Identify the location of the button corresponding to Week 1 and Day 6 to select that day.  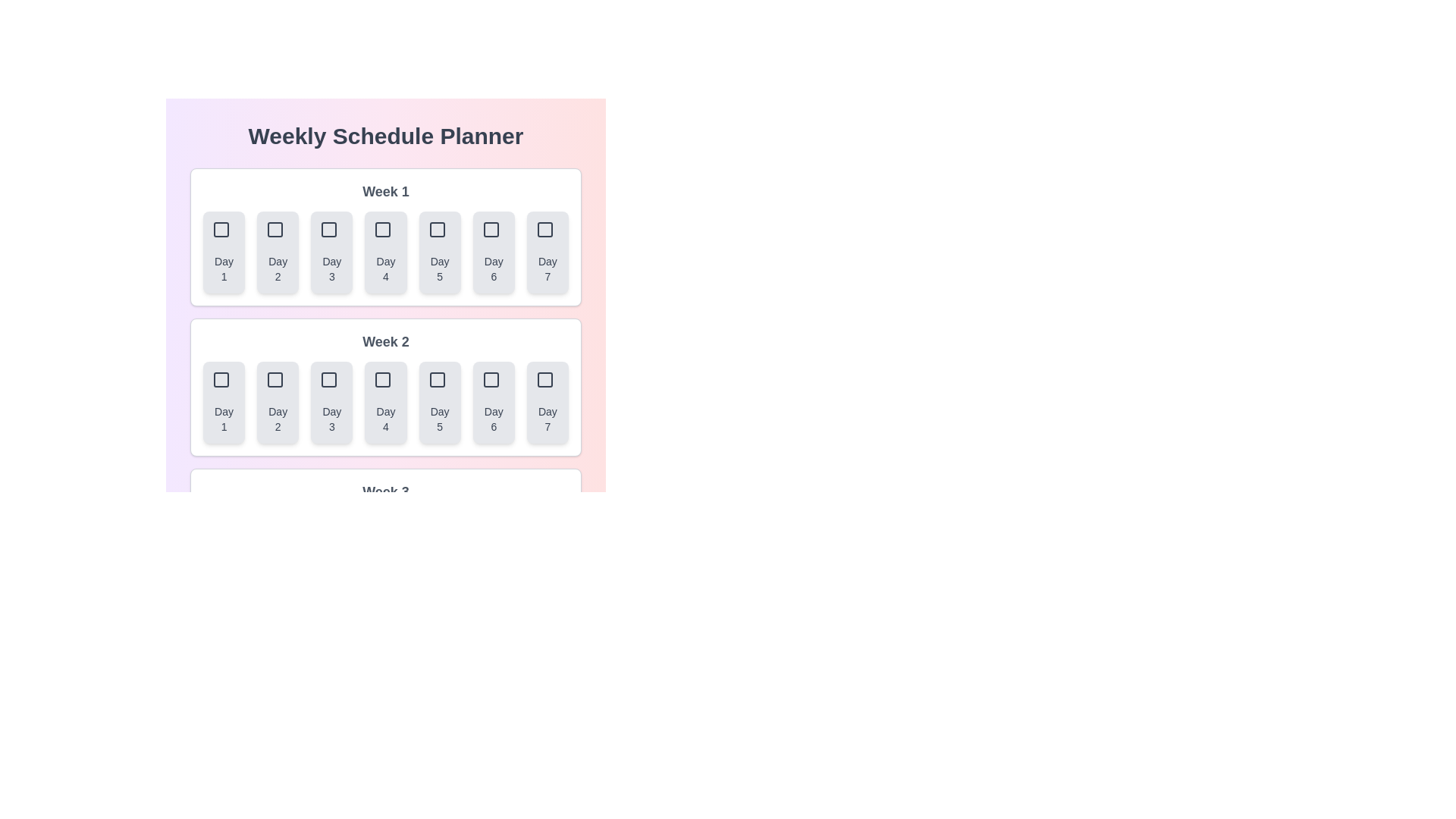
(494, 251).